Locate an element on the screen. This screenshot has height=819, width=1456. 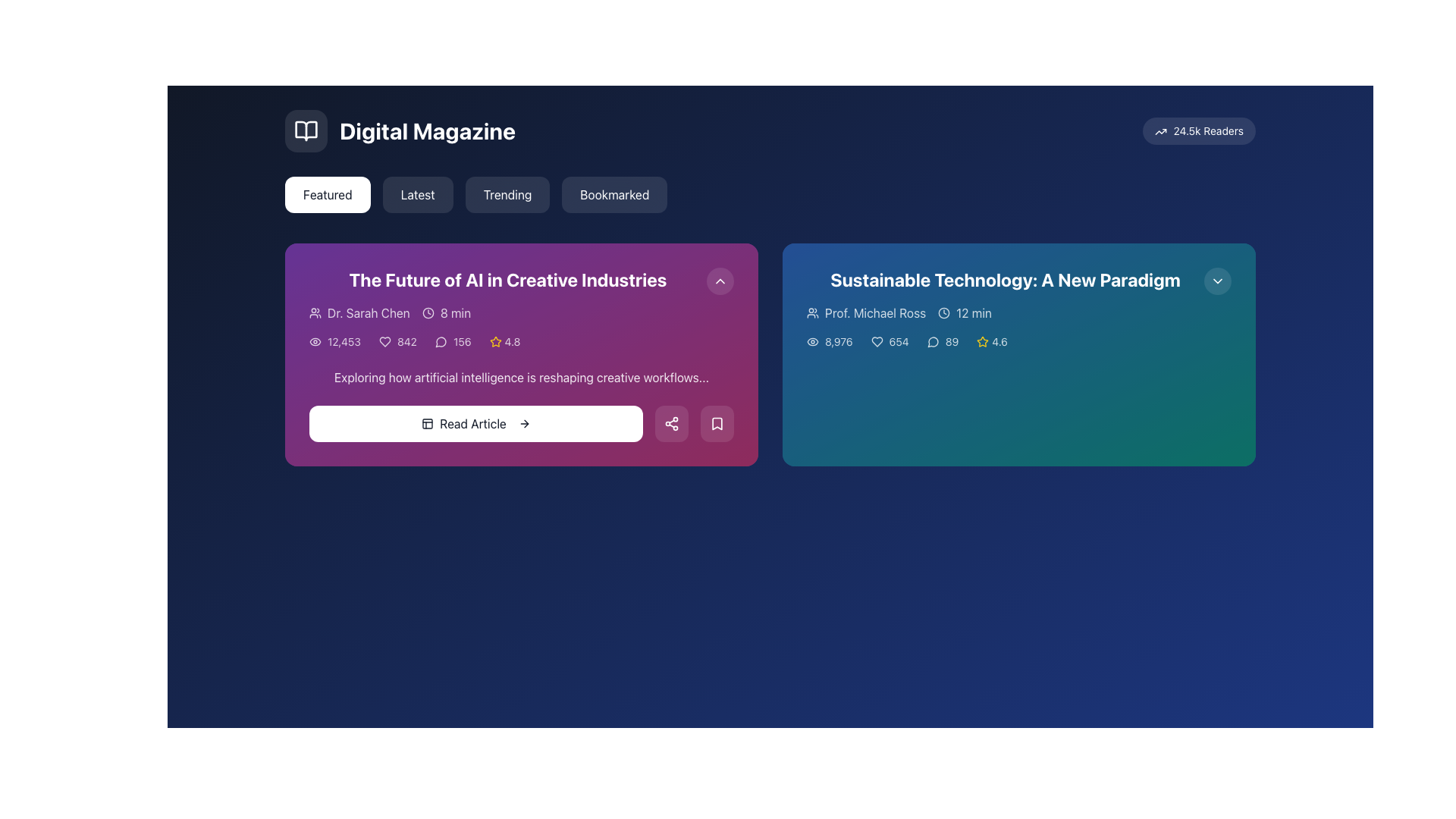
the Text Label with Icon that displays statistical information about the total readership of the 'Digital Magazine', located at the top-right section of the interface is located at coordinates (1198, 130).